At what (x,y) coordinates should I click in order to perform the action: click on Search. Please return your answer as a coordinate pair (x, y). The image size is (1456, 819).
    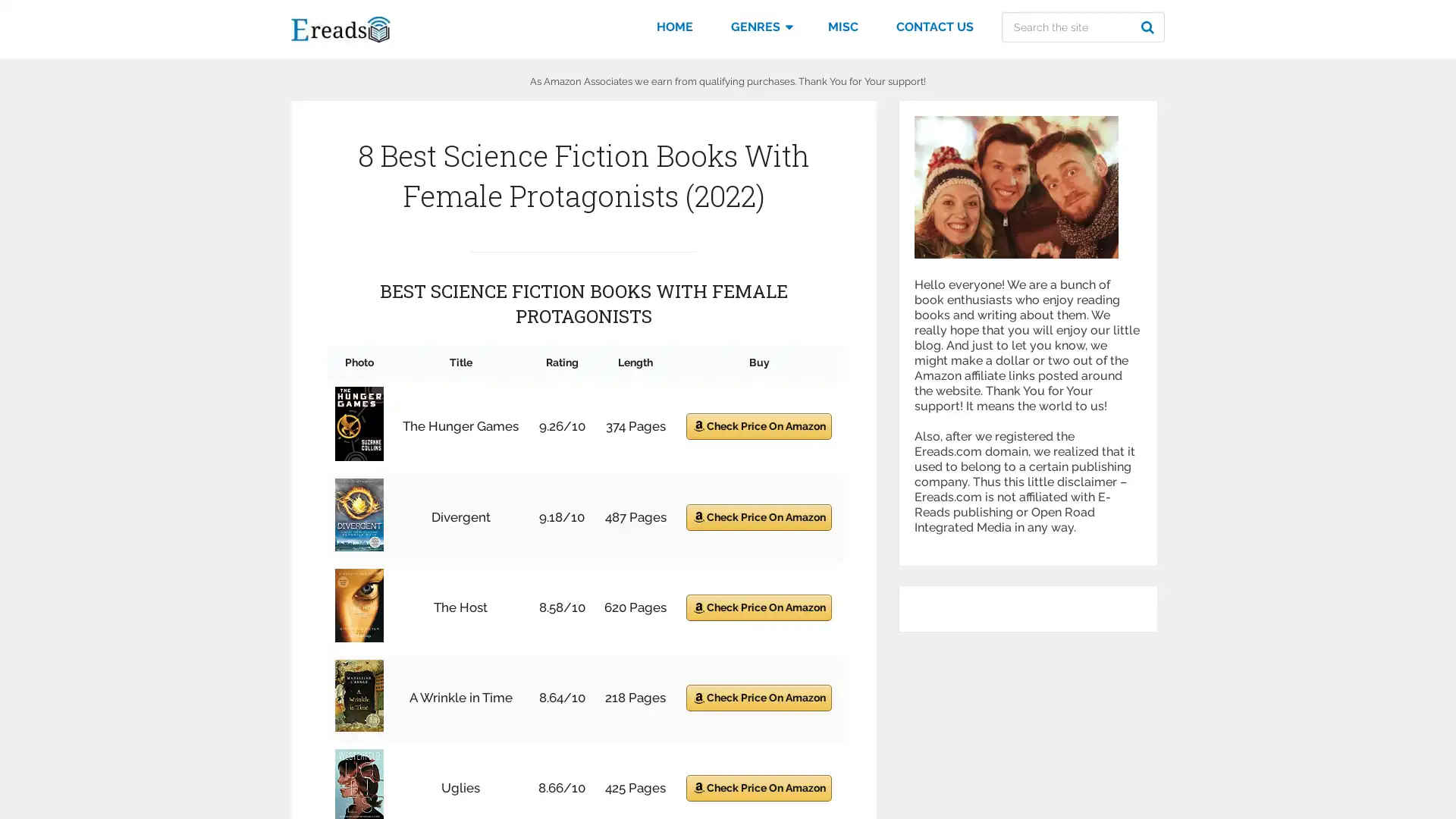
    Looking at the image, I should click on (1150, 27).